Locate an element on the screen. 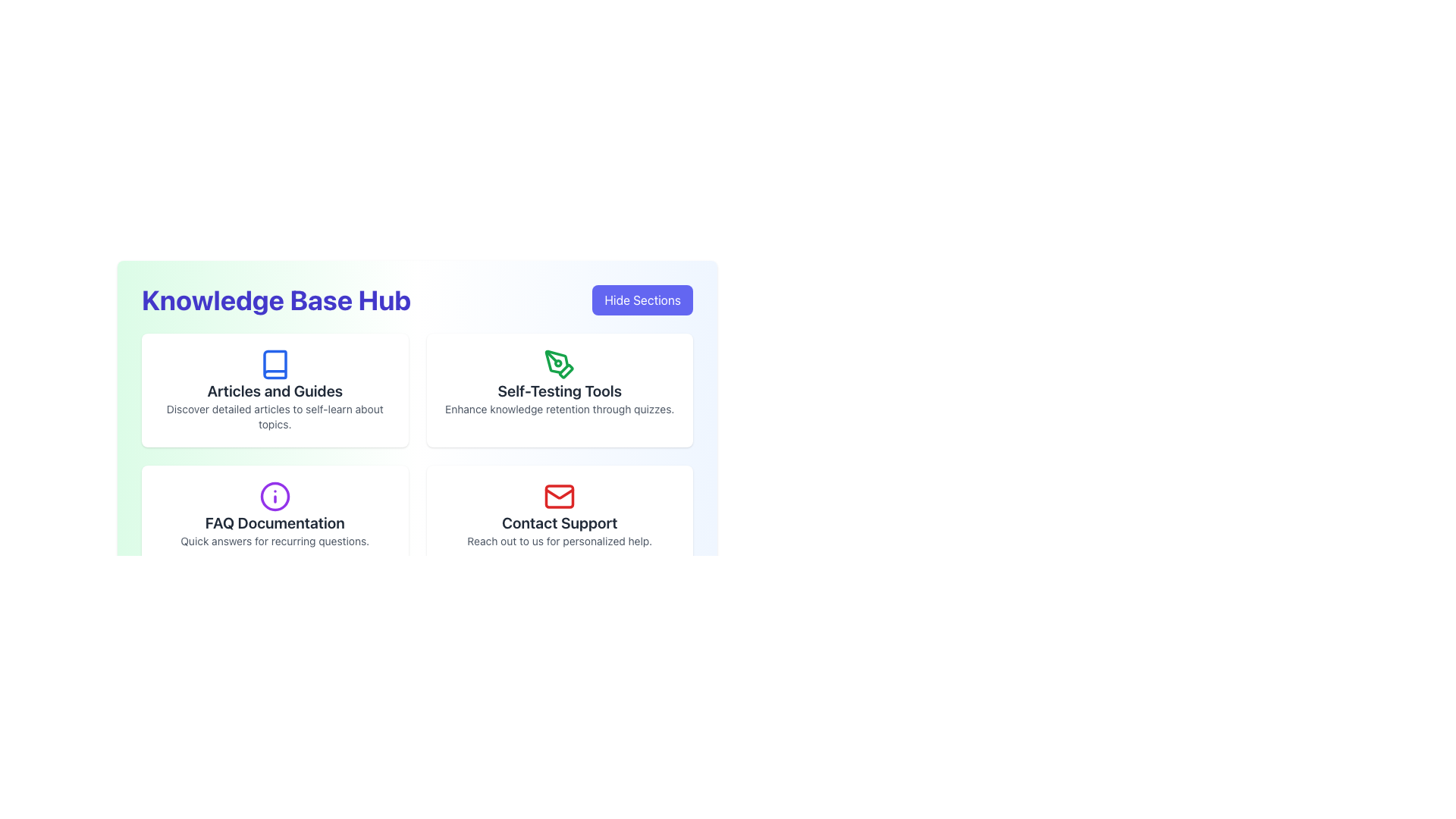 The image size is (1456, 819). the crease icon element of the envelope, which visually enhances the icon but does not have any interactive functionality is located at coordinates (559, 494).